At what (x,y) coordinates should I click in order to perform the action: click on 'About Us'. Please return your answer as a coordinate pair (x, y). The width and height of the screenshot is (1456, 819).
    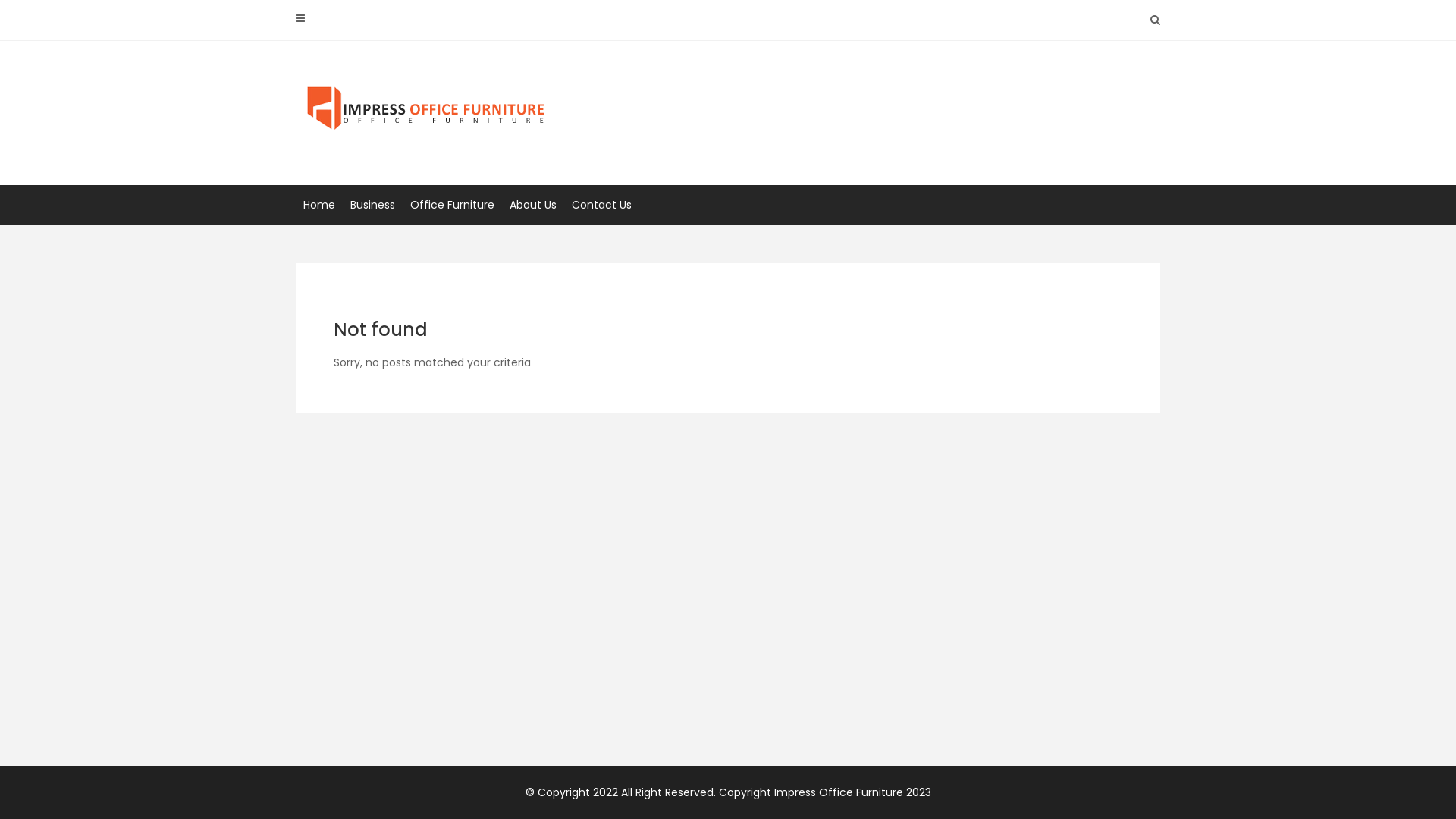
    Looking at the image, I should click on (532, 205).